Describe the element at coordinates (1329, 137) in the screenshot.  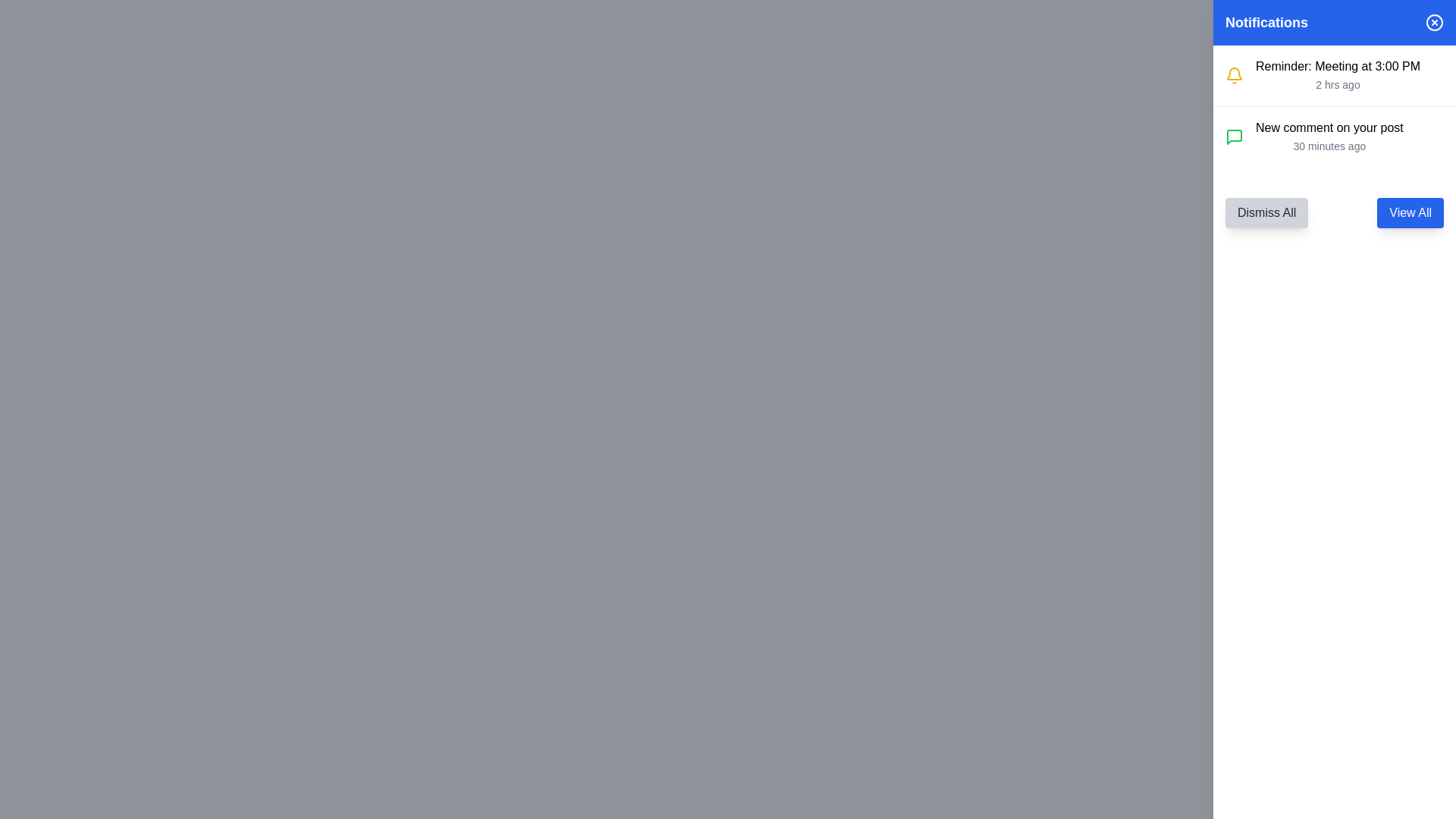
I see `notification that states 'New comment on your post' with the timestamp '30 minutes ago', which is the second item in the vertical notification list and is visually distinguished by a green speech bubble icon` at that location.